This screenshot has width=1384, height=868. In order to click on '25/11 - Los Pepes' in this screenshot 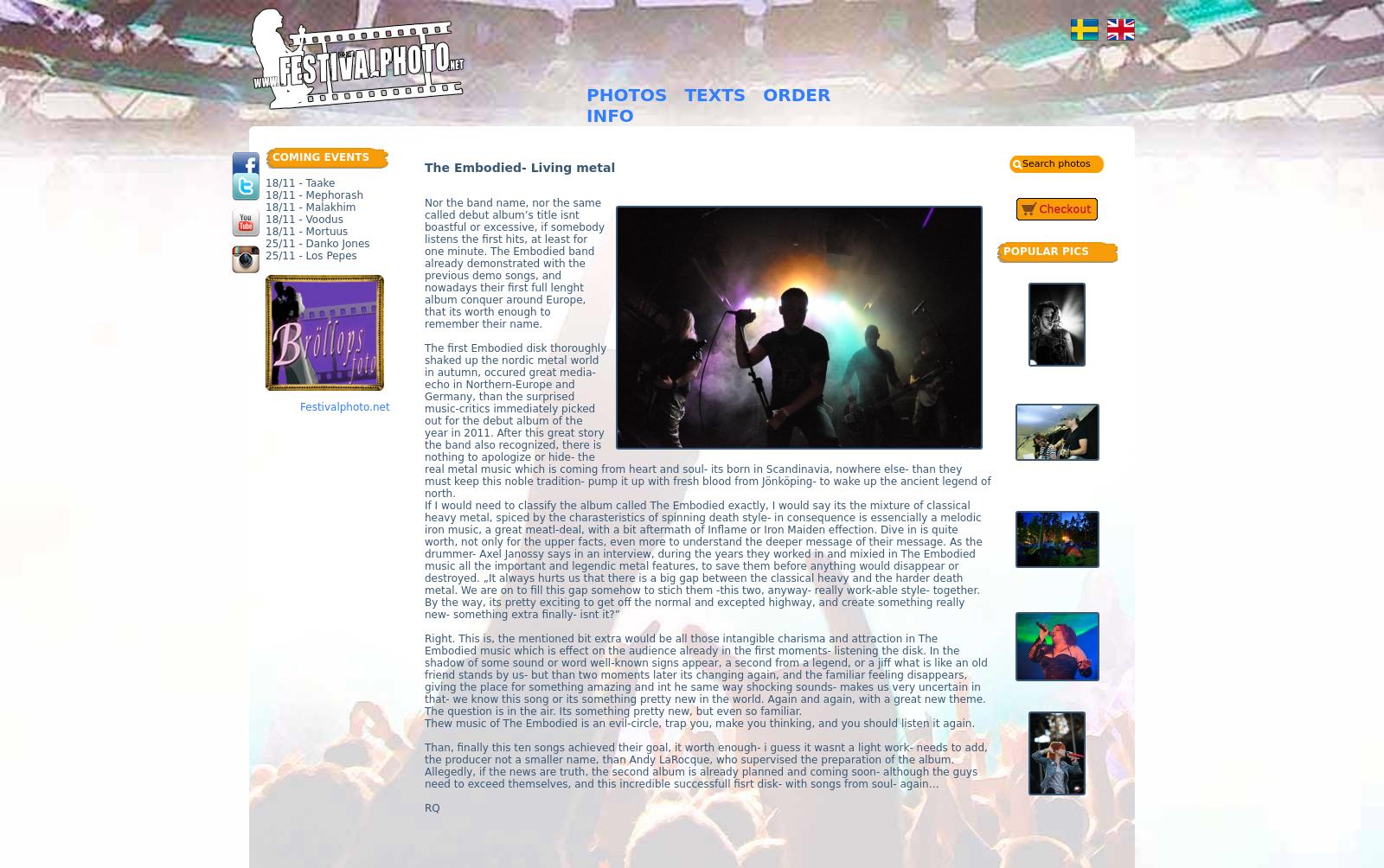, I will do `click(311, 254)`.